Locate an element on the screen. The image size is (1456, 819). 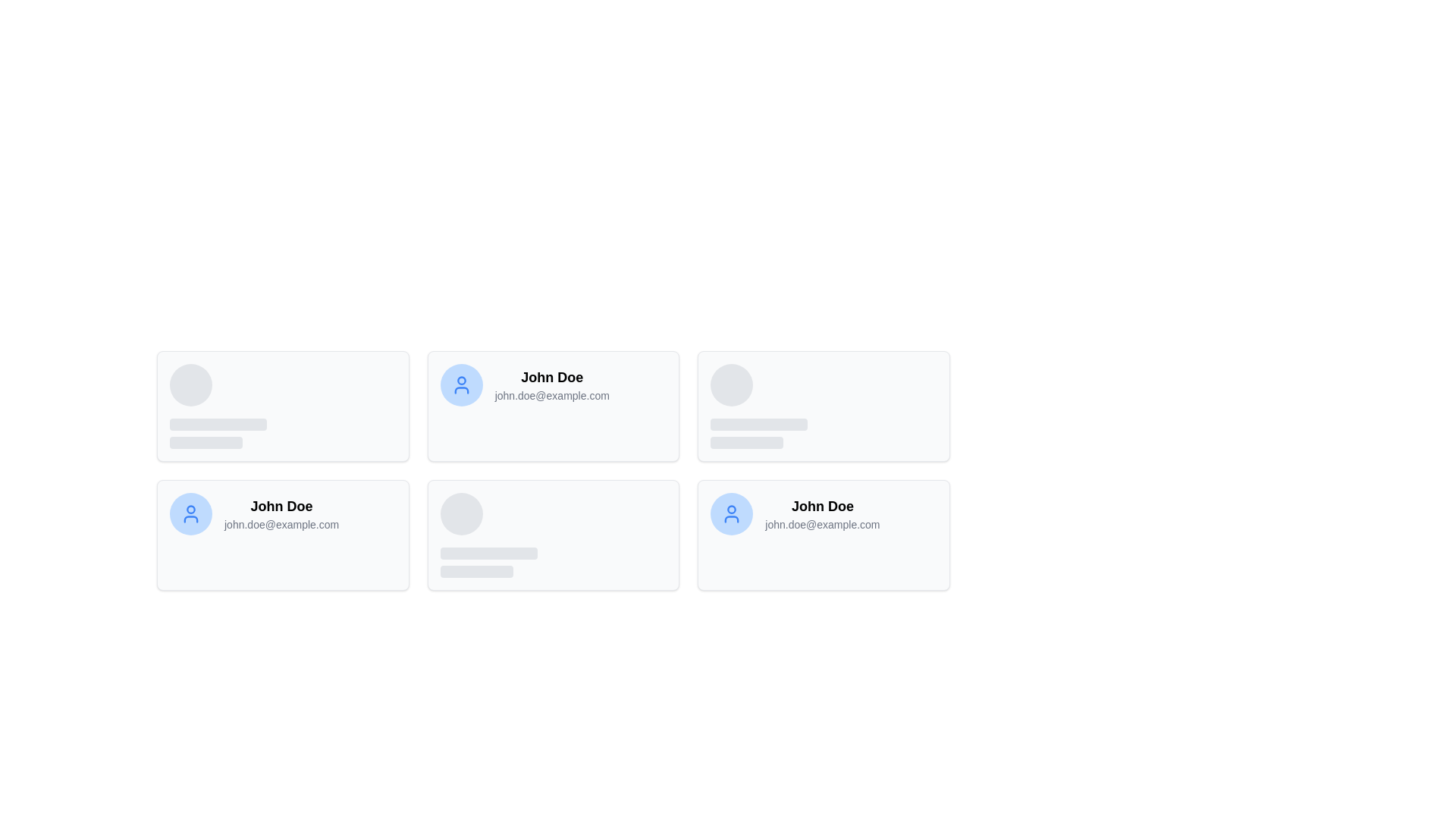
top-left Card placeholder element in the grid layout by clicking on it is located at coordinates (283, 406).